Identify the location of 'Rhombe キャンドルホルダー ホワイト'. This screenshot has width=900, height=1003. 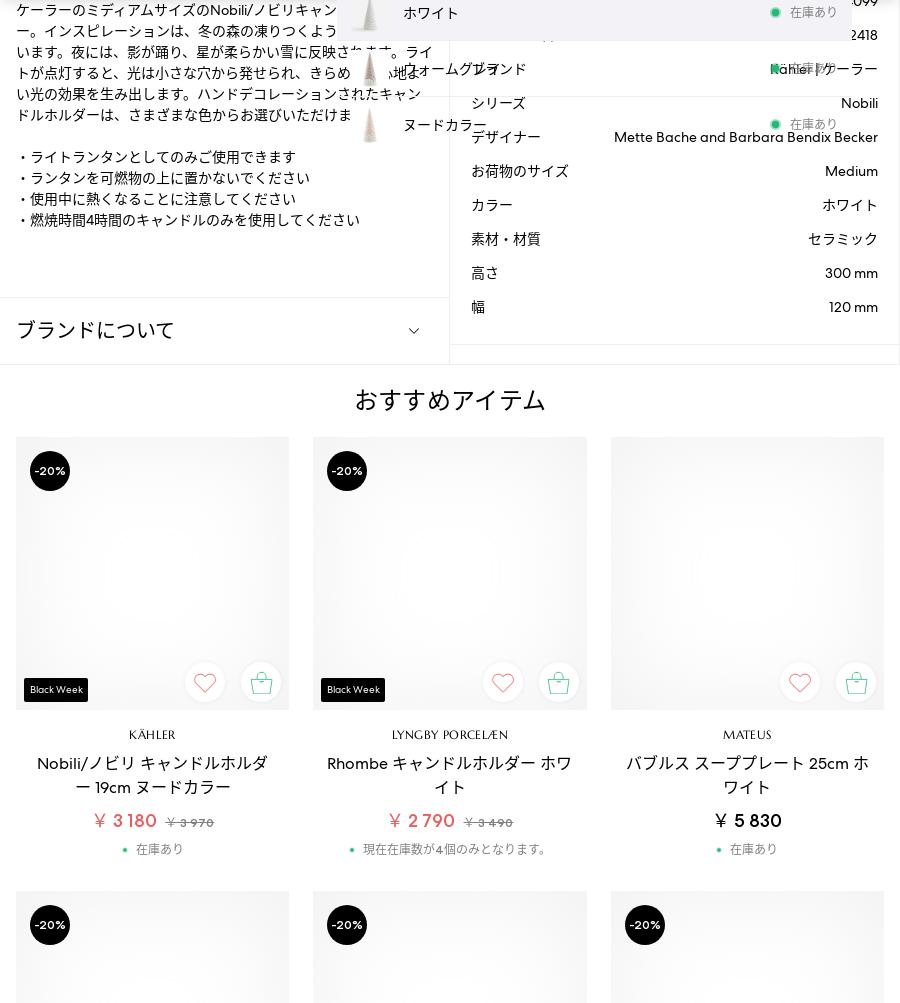
(449, 774).